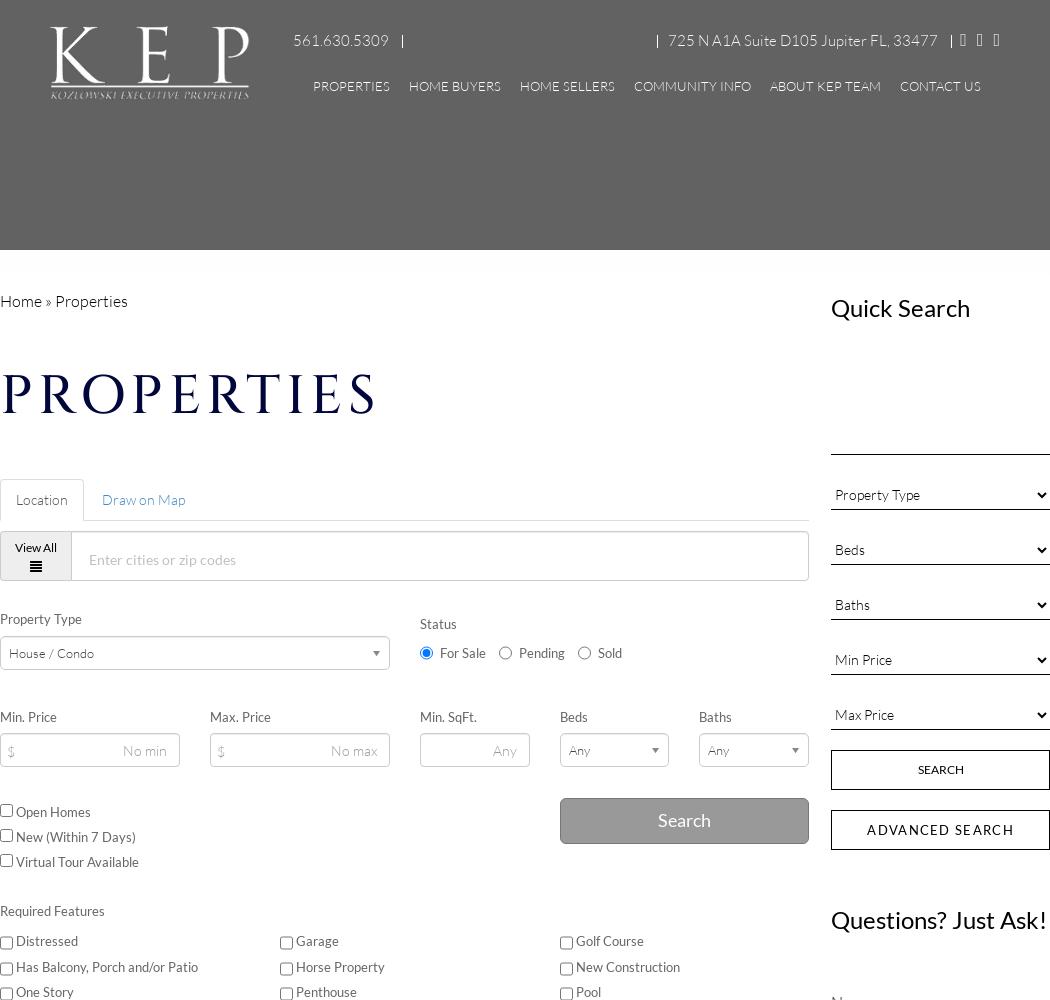 The width and height of the screenshot is (1050, 1000). I want to click on 'Loan Pre-Qualification', so click(514, 375).